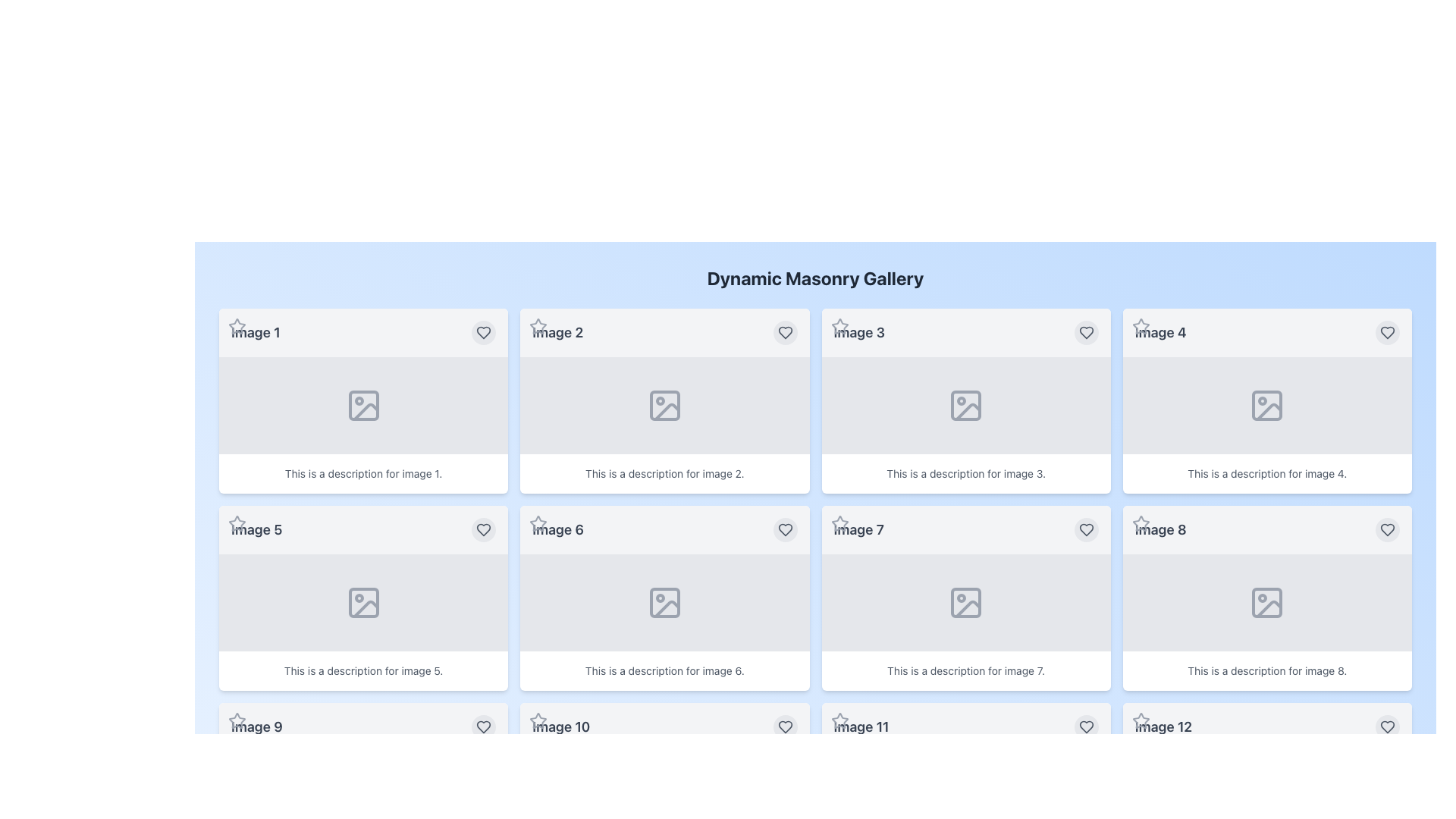  Describe the element at coordinates (1159, 529) in the screenshot. I see `text content of the text label displaying 'Image 8', which is styled in bold dark gray and located at the top-left corner of the fourth card in the second row of the gallery` at that location.